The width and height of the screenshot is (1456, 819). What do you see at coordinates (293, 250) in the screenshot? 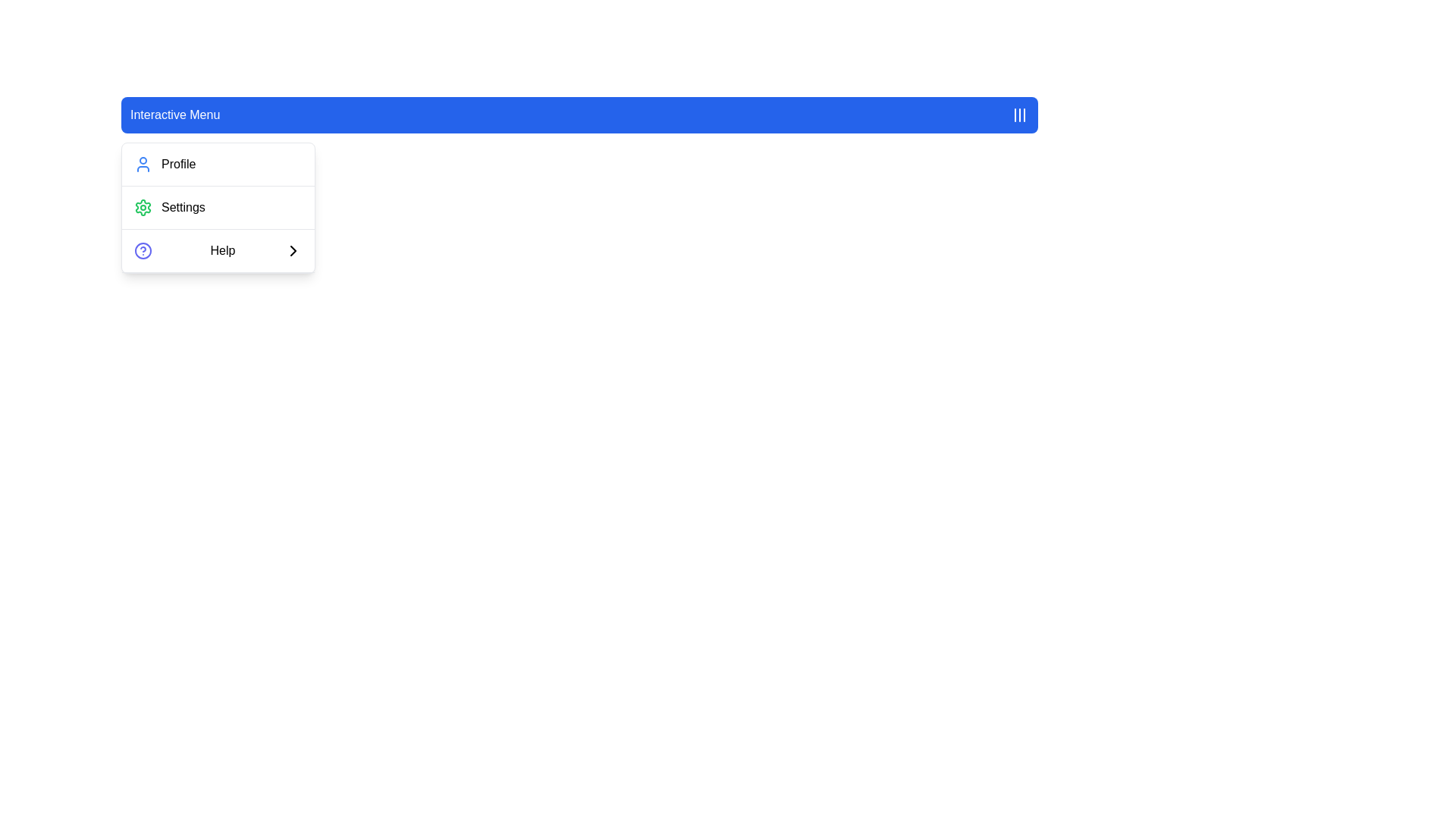
I see `the action indicator icon located to the right of the 'Help' text in the vertical navigation menu` at bounding box center [293, 250].